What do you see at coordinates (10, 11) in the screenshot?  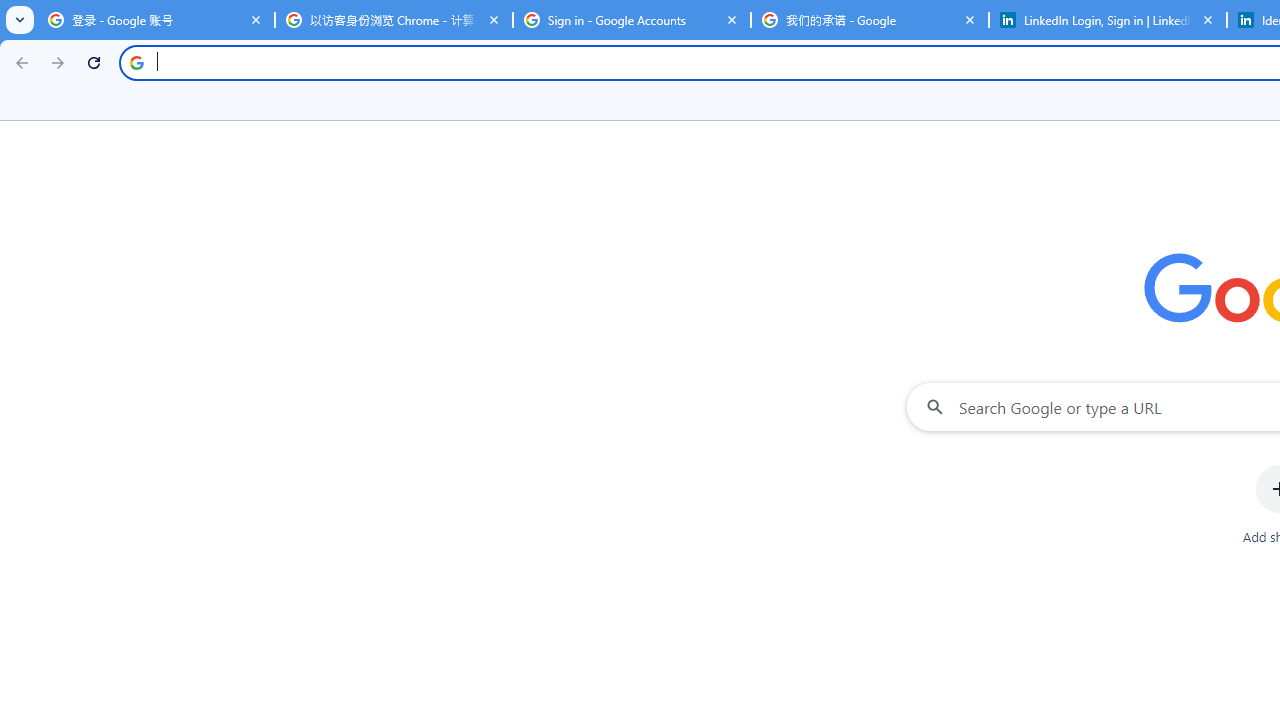 I see `'System'` at bounding box center [10, 11].